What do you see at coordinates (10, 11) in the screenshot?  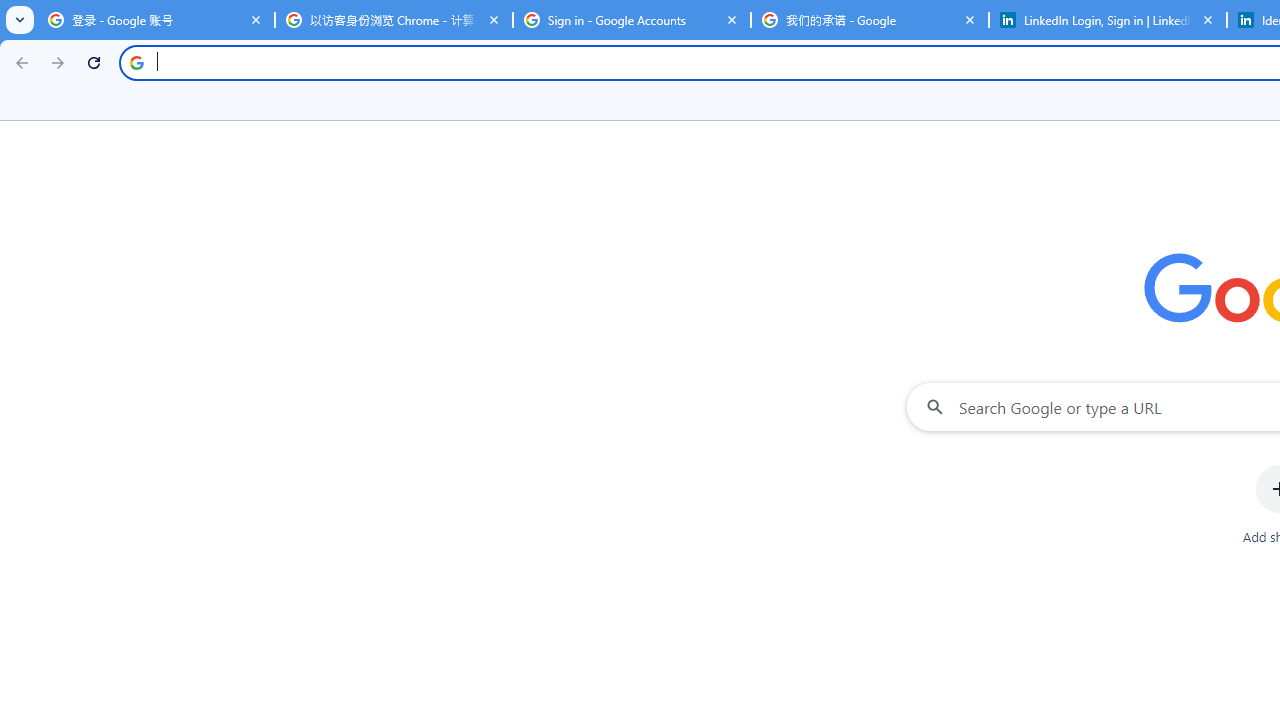 I see `'System'` at bounding box center [10, 11].